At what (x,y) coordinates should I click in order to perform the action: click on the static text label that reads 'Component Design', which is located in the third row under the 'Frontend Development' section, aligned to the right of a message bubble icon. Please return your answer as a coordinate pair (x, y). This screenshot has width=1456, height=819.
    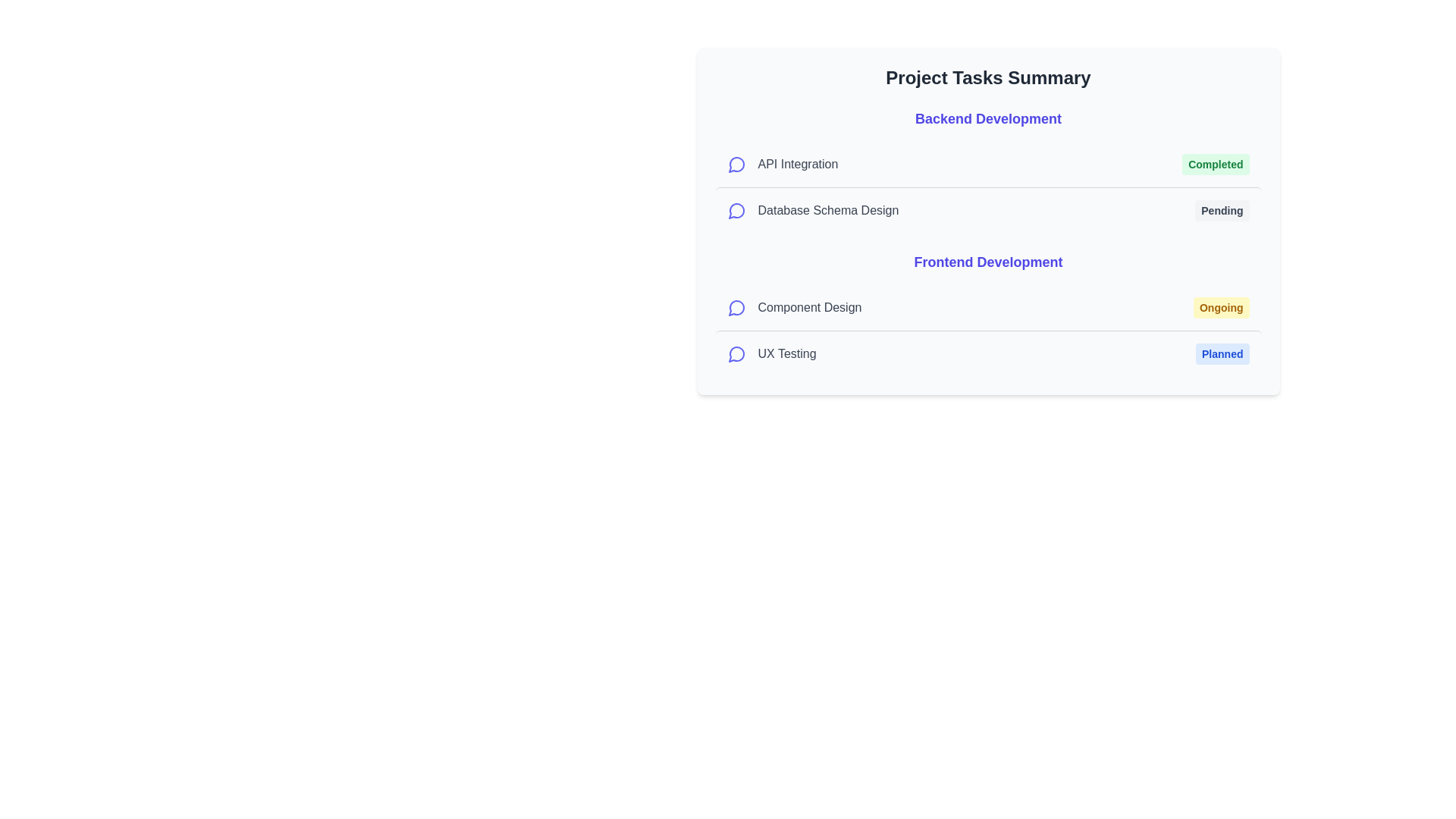
    Looking at the image, I should click on (808, 307).